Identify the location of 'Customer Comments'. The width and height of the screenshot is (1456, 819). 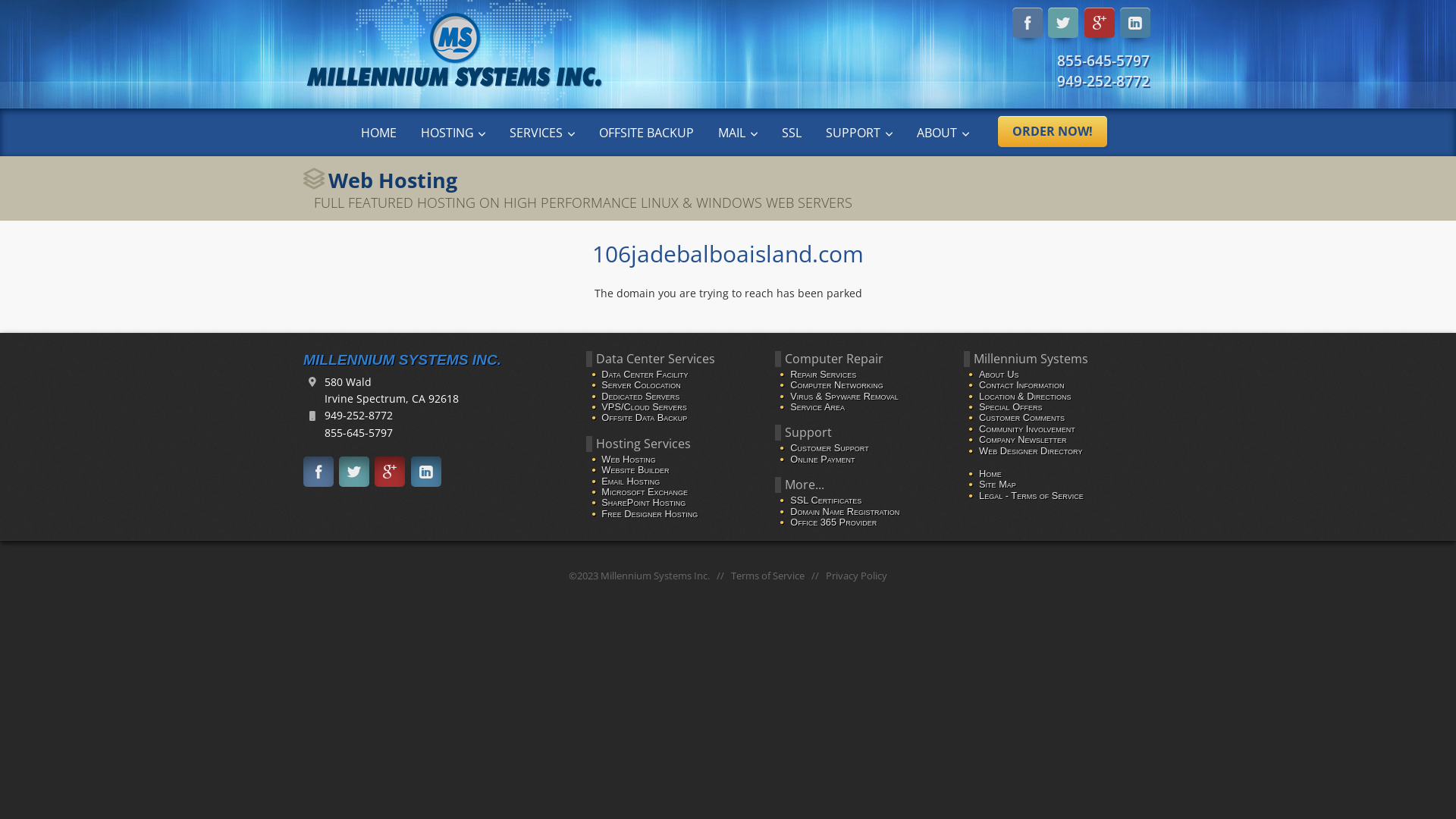
(979, 417).